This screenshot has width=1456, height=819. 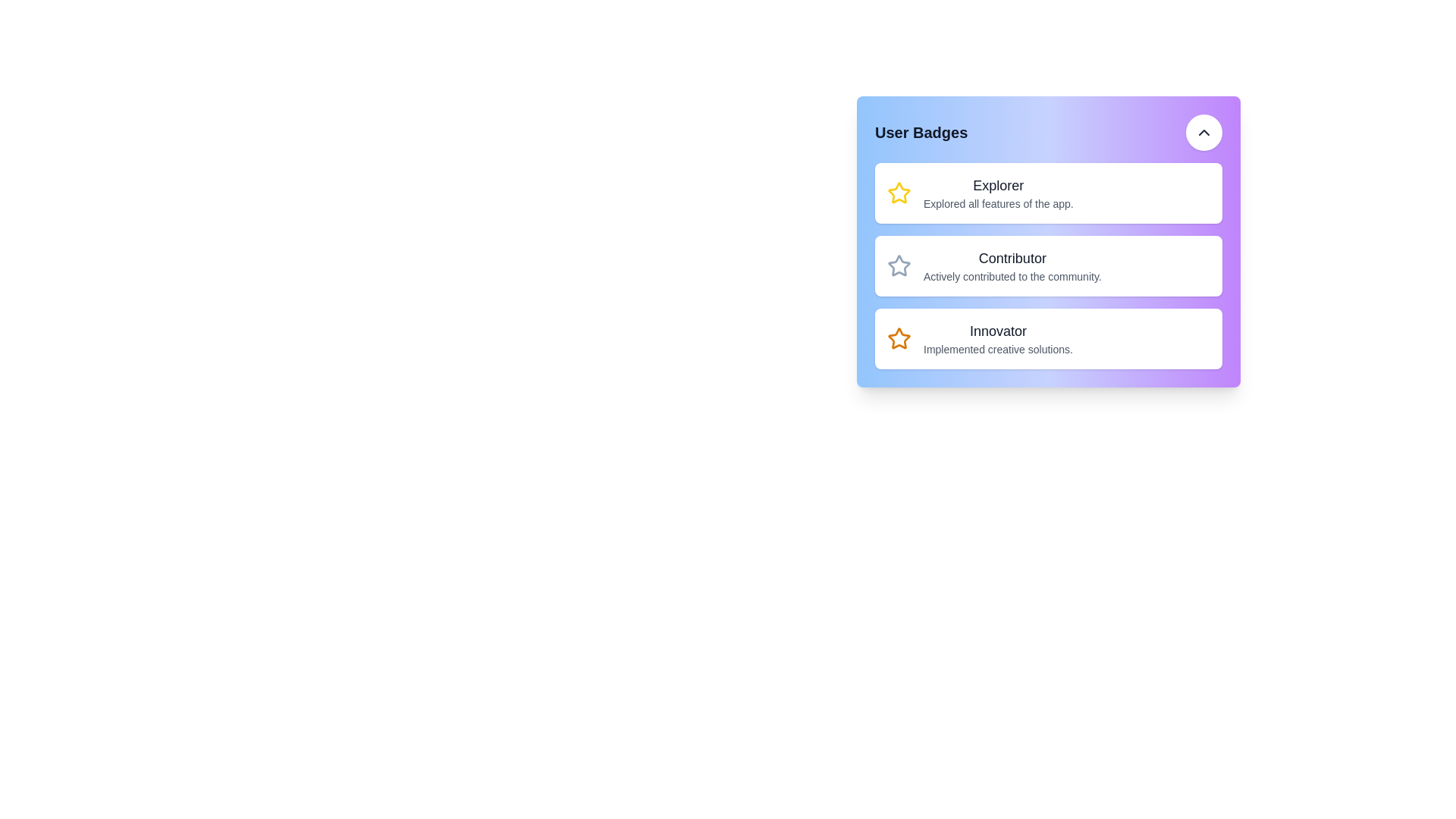 I want to click on the static text label displaying 'Implemented creative solutions.' located below the heading 'Innovator' in the card layout, so click(x=998, y=350).